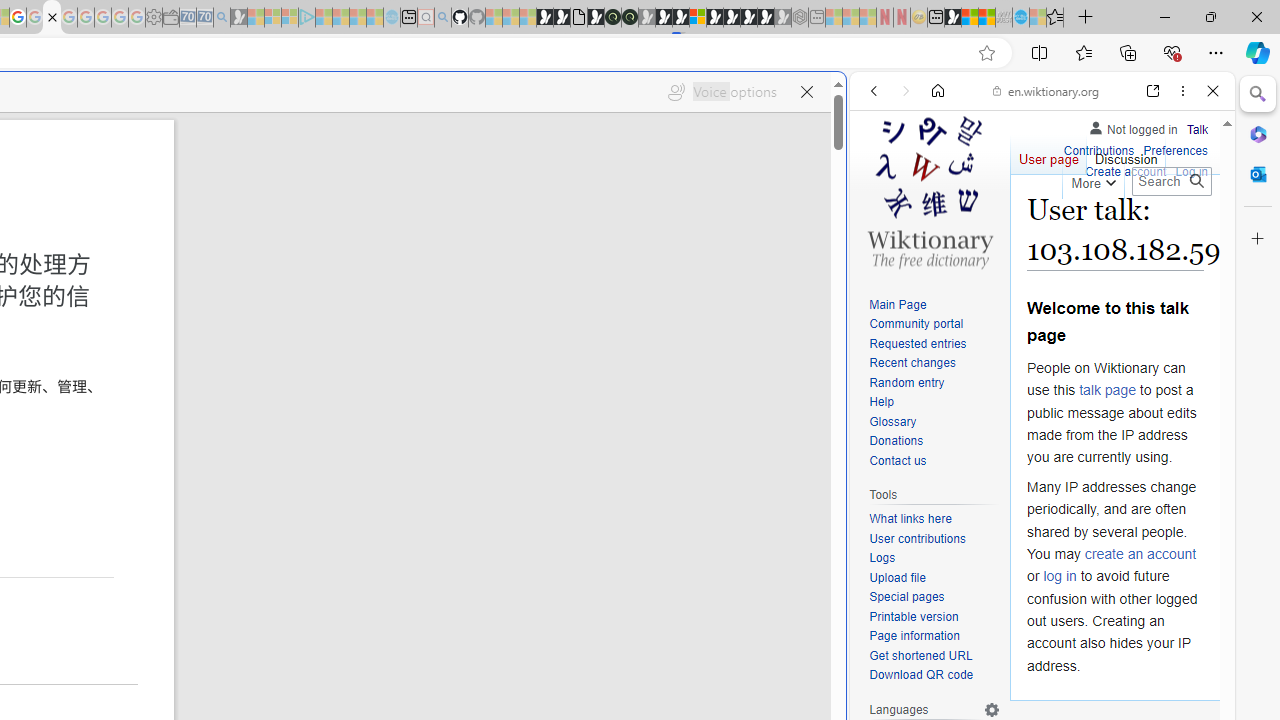 The width and height of the screenshot is (1280, 720). Describe the element at coordinates (992, 708) in the screenshot. I see `'Language settings'` at that location.